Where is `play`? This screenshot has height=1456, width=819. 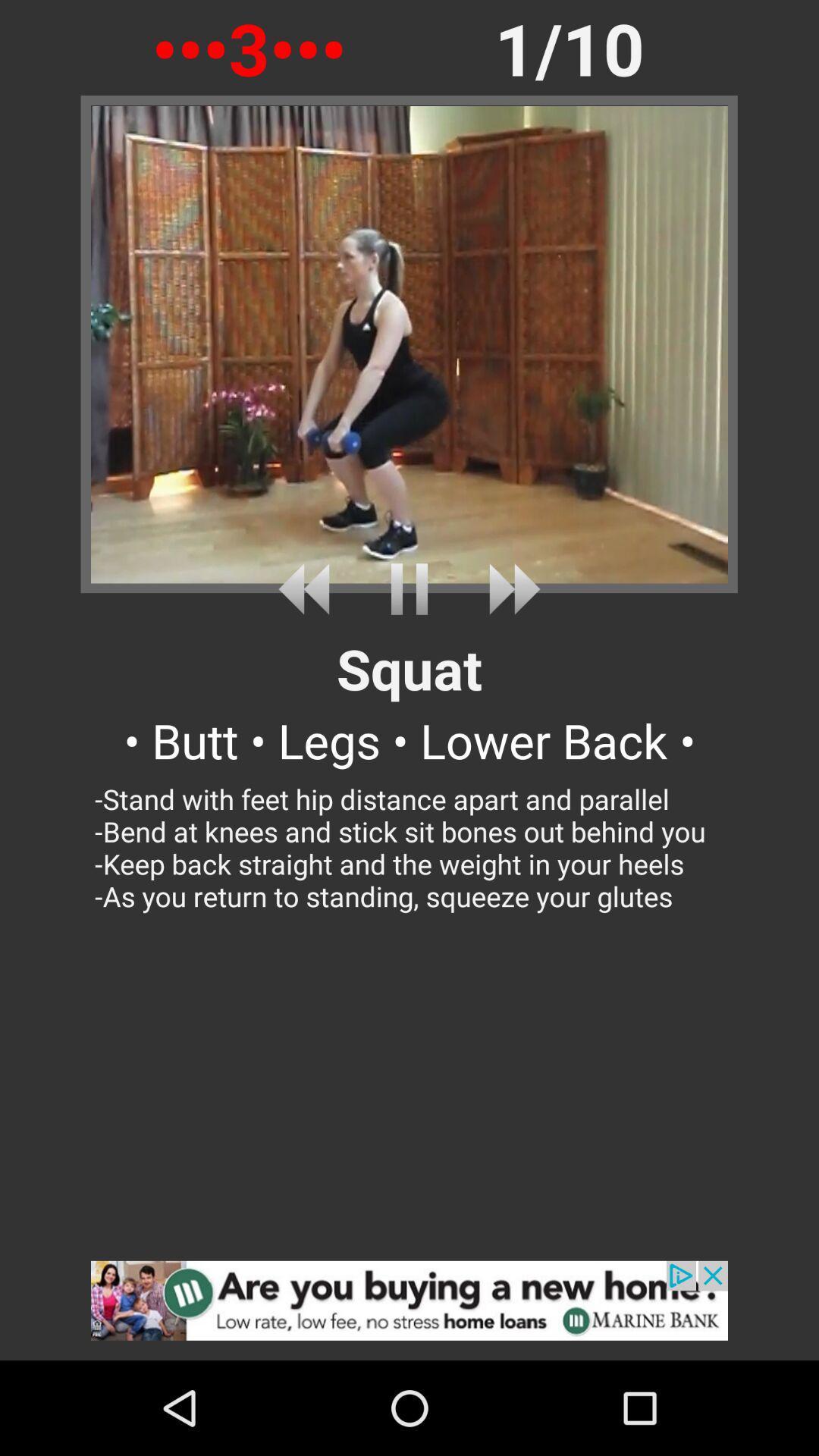
play is located at coordinates (409, 588).